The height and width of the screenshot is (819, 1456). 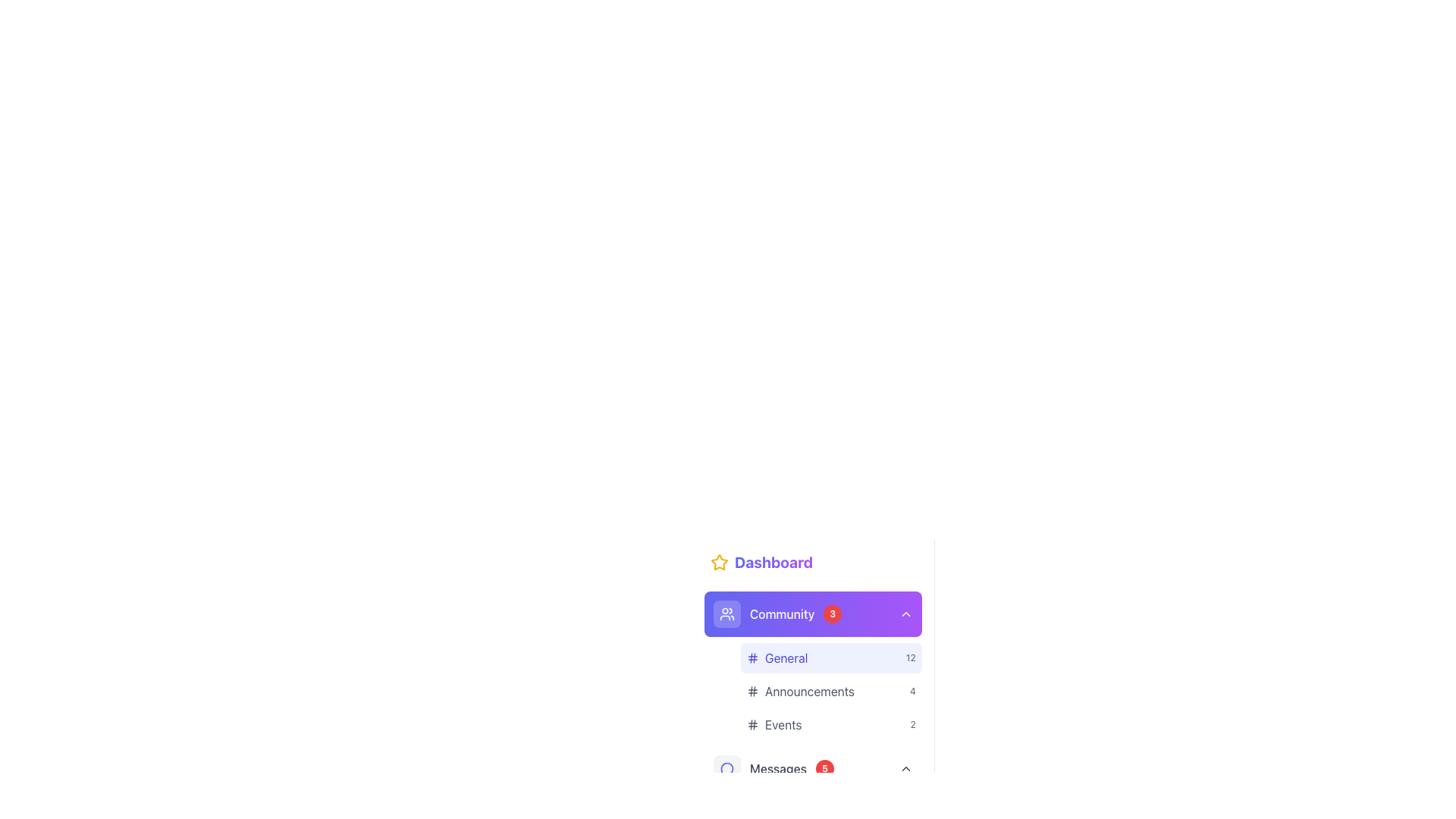 I want to click on the indigo message bubble icon located within a light gray rounded square background, positioned just to the left of the 'Messages' text, so click(x=726, y=769).